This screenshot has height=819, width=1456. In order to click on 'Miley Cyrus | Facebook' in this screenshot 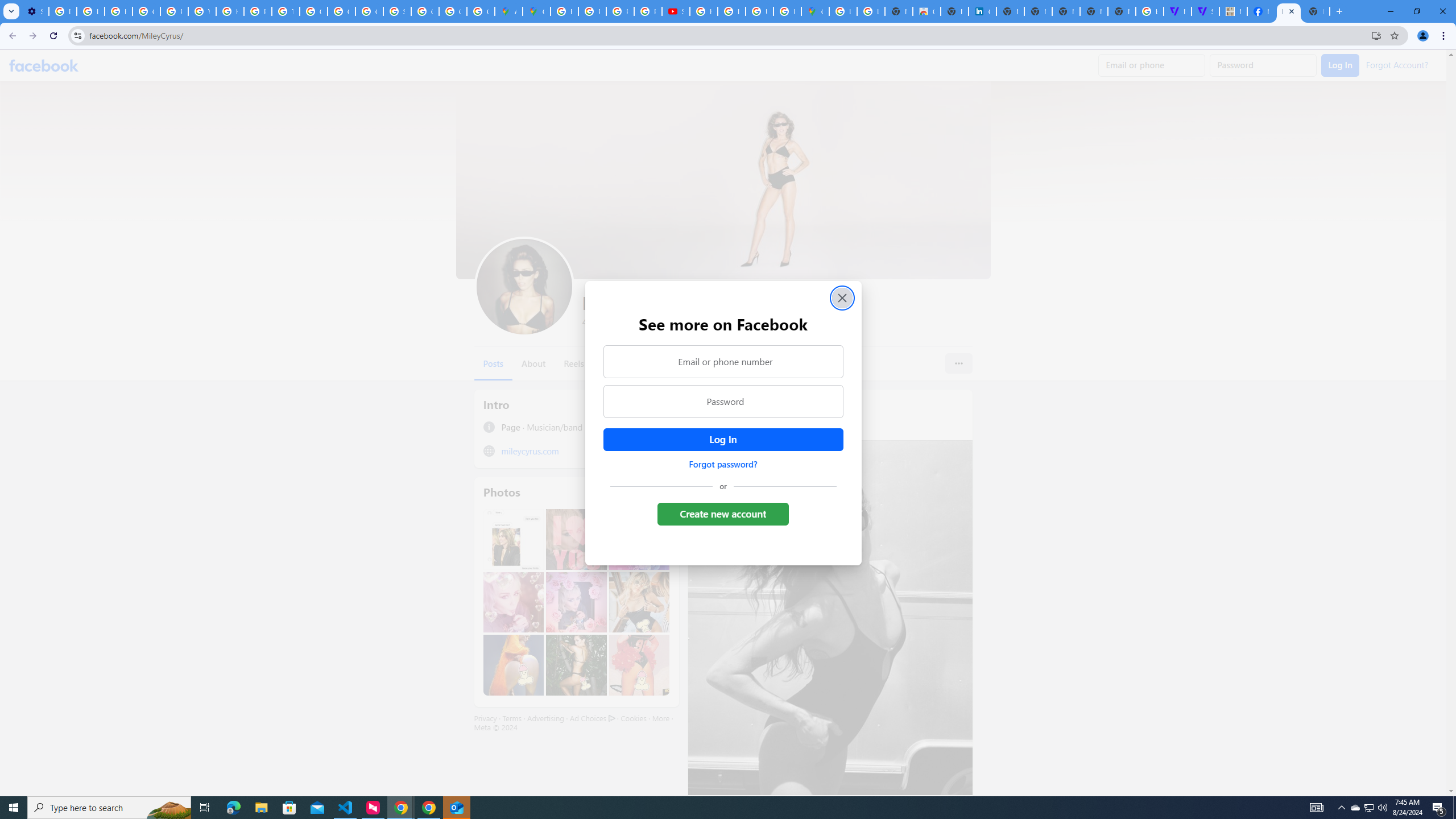, I will do `click(1288, 11)`.